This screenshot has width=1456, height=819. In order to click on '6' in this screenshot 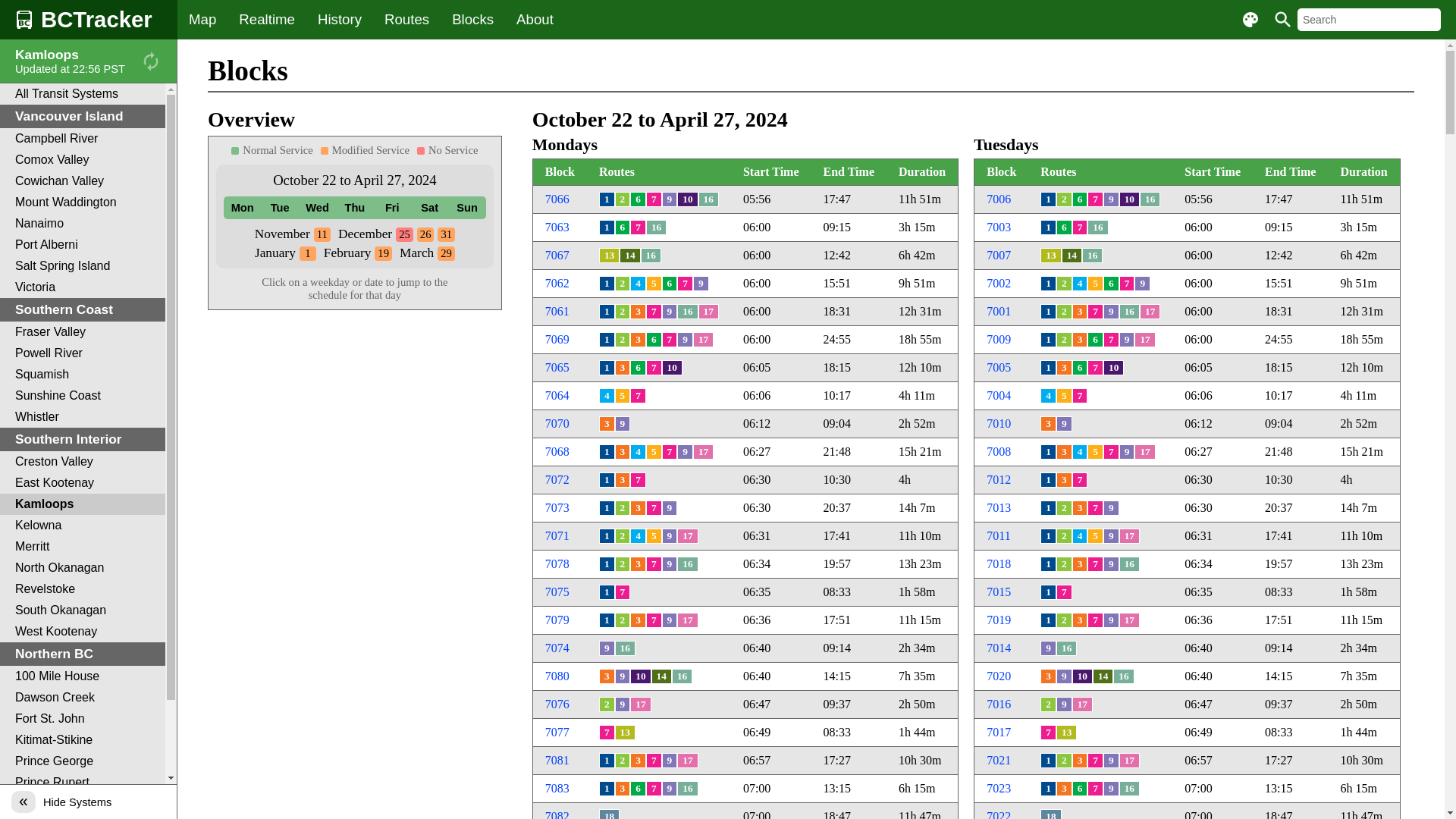, I will do `click(1095, 338)`.